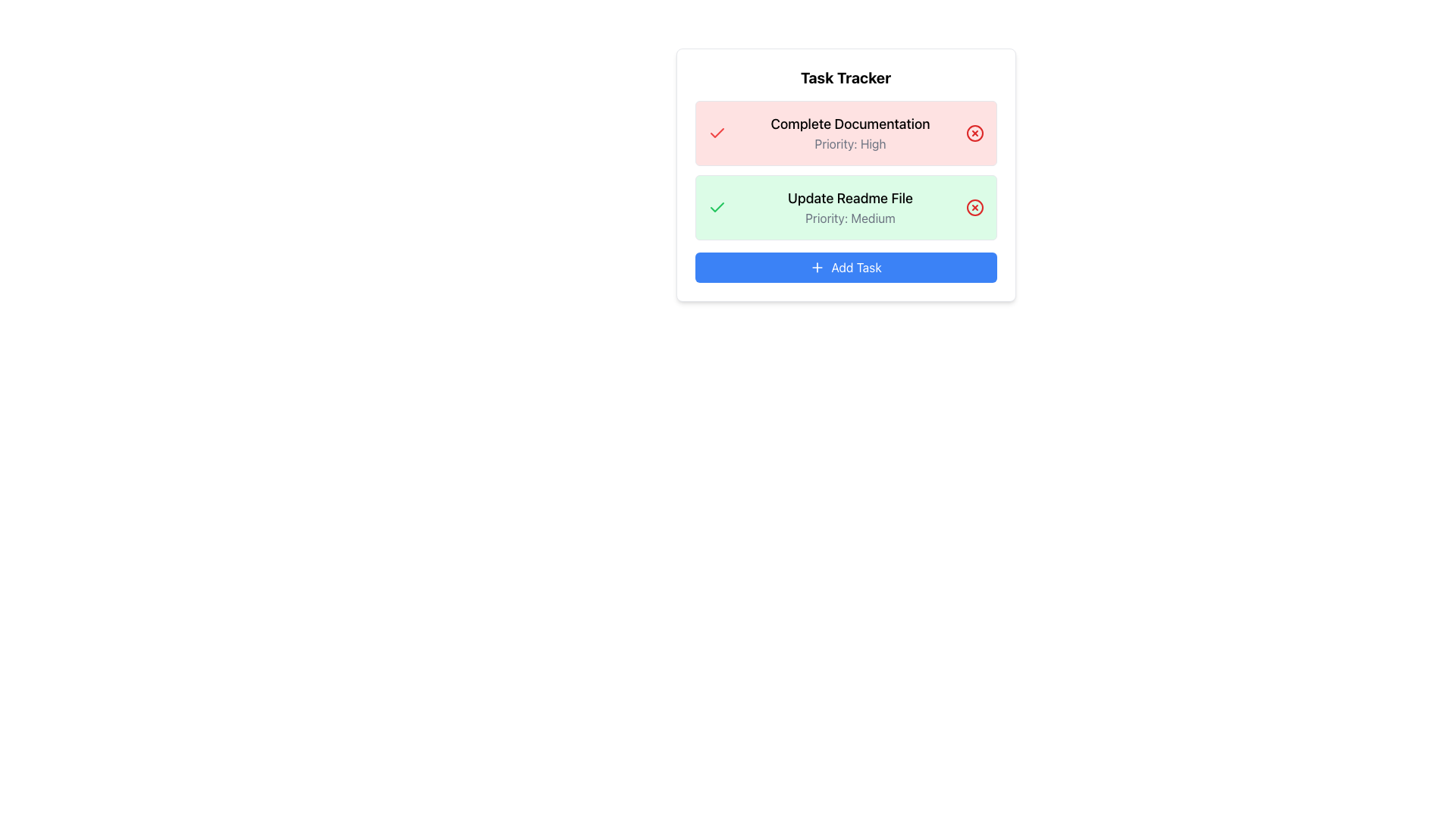  What do you see at coordinates (850, 133) in the screenshot?
I see `the text field that displays the title and priority level of a task, located at the top of the task list, just above the 'Update Readme File' task` at bounding box center [850, 133].